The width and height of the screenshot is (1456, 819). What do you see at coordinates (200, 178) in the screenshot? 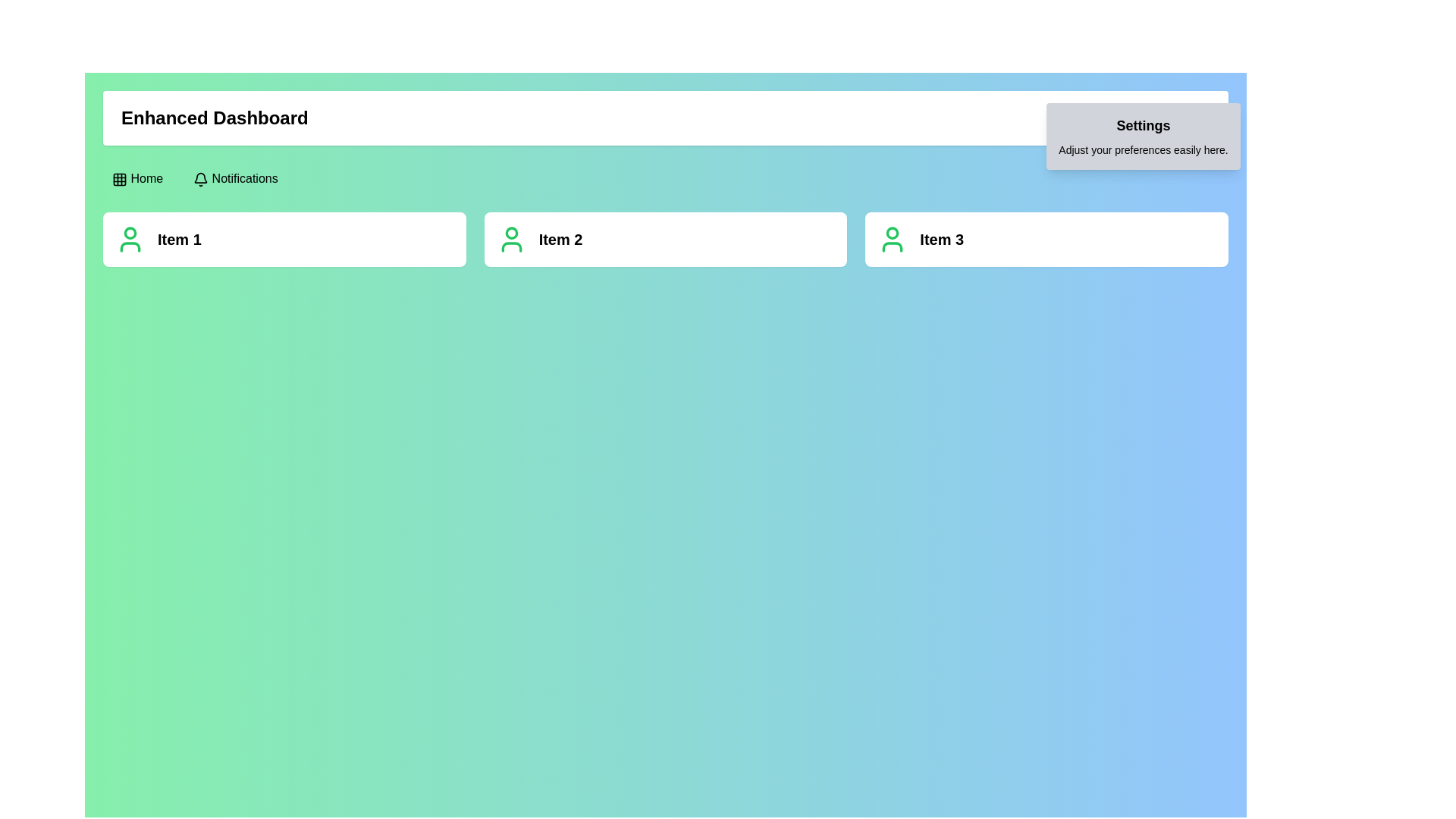
I see `the notification icon located to the left of the 'Notifications' text in the navigation bar` at bounding box center [200, 178].